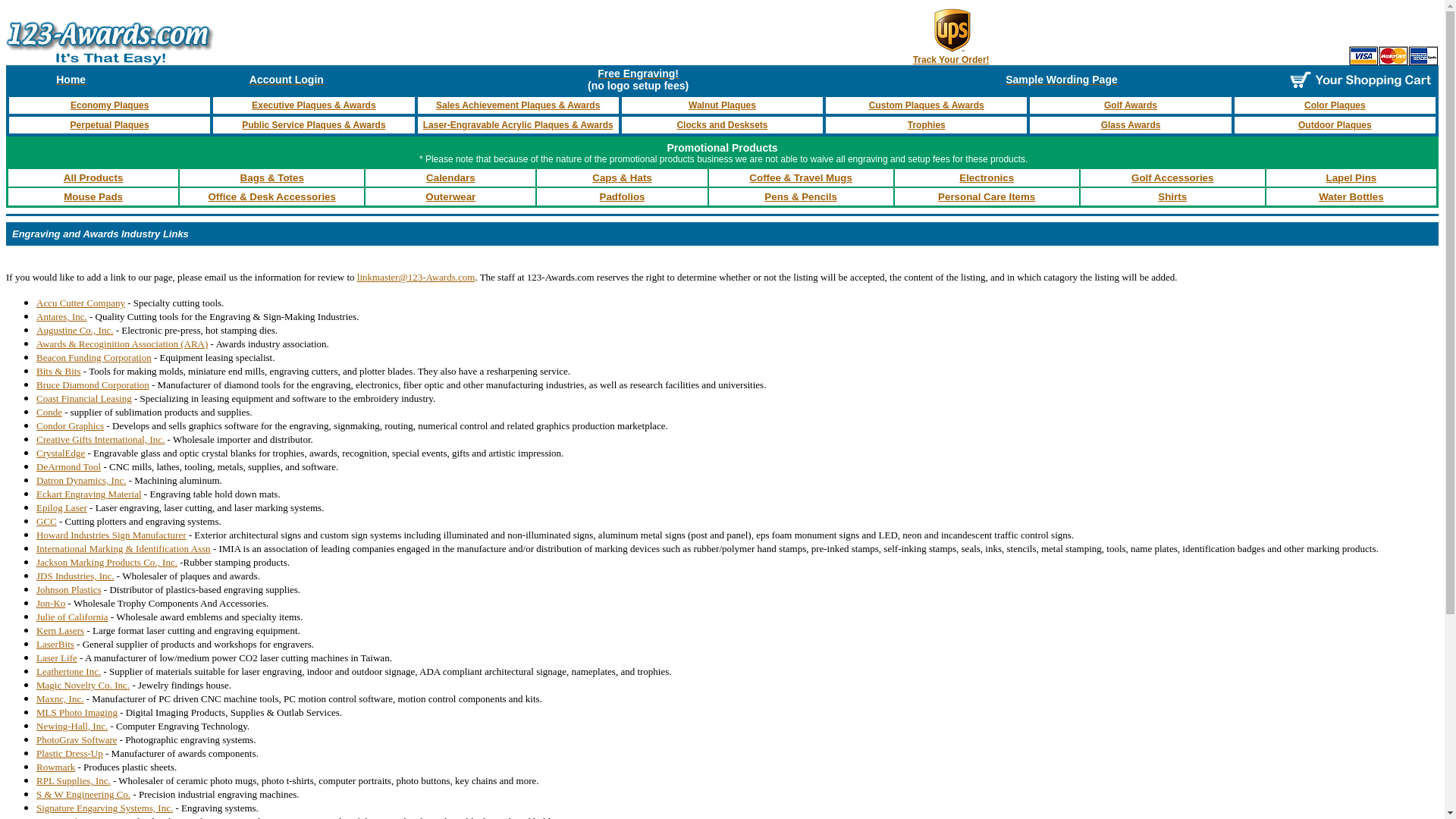 The width and height of the screenshot is (1456, 819). I want to click on 'Awards & Recoginition Association (ARA)', so click(122, 344).